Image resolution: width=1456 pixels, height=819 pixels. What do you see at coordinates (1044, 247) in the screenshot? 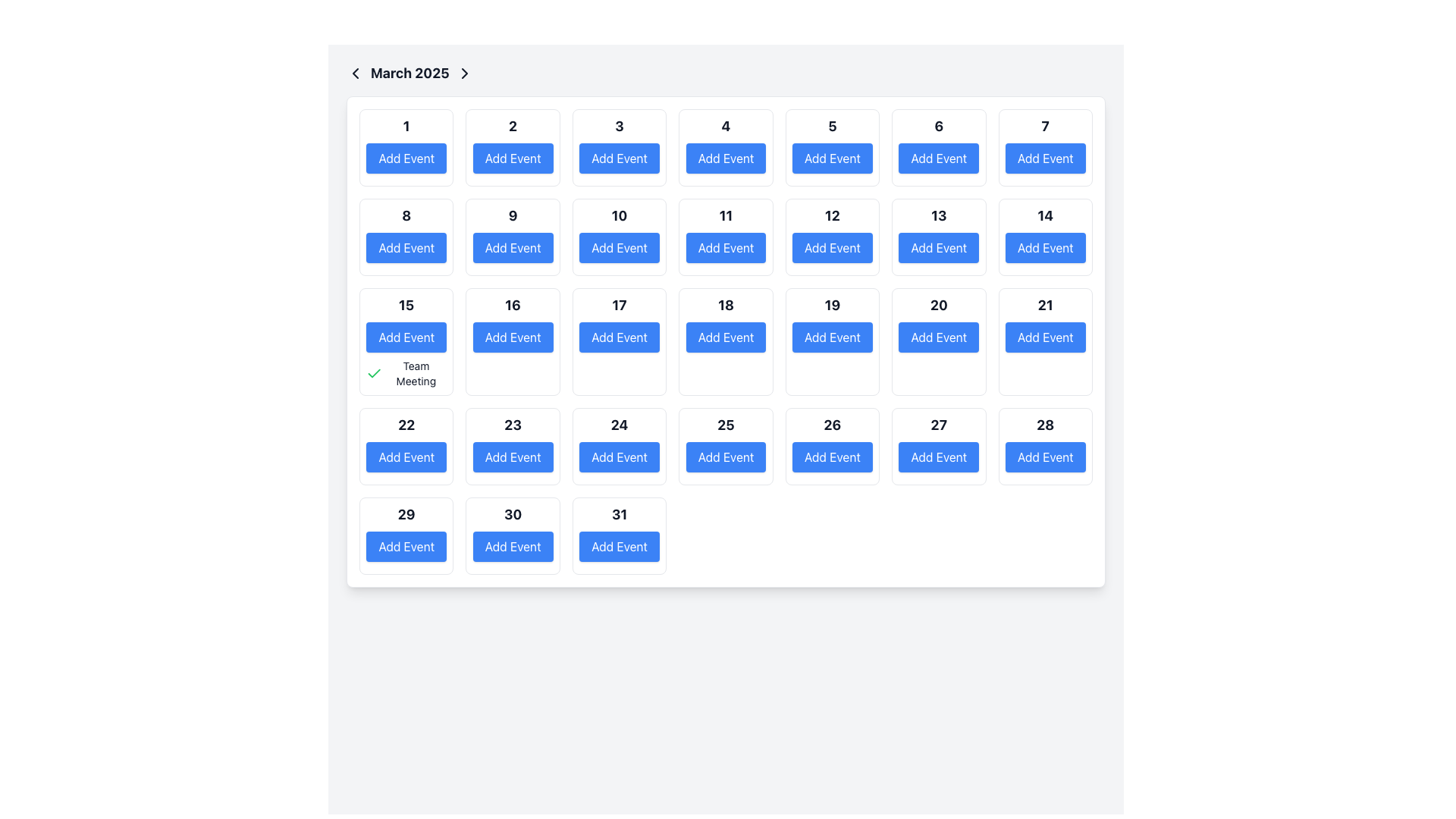
I see `the button associated with the date '14' in the calendar to initiate adding an event` at bounding box center [1044, 247].